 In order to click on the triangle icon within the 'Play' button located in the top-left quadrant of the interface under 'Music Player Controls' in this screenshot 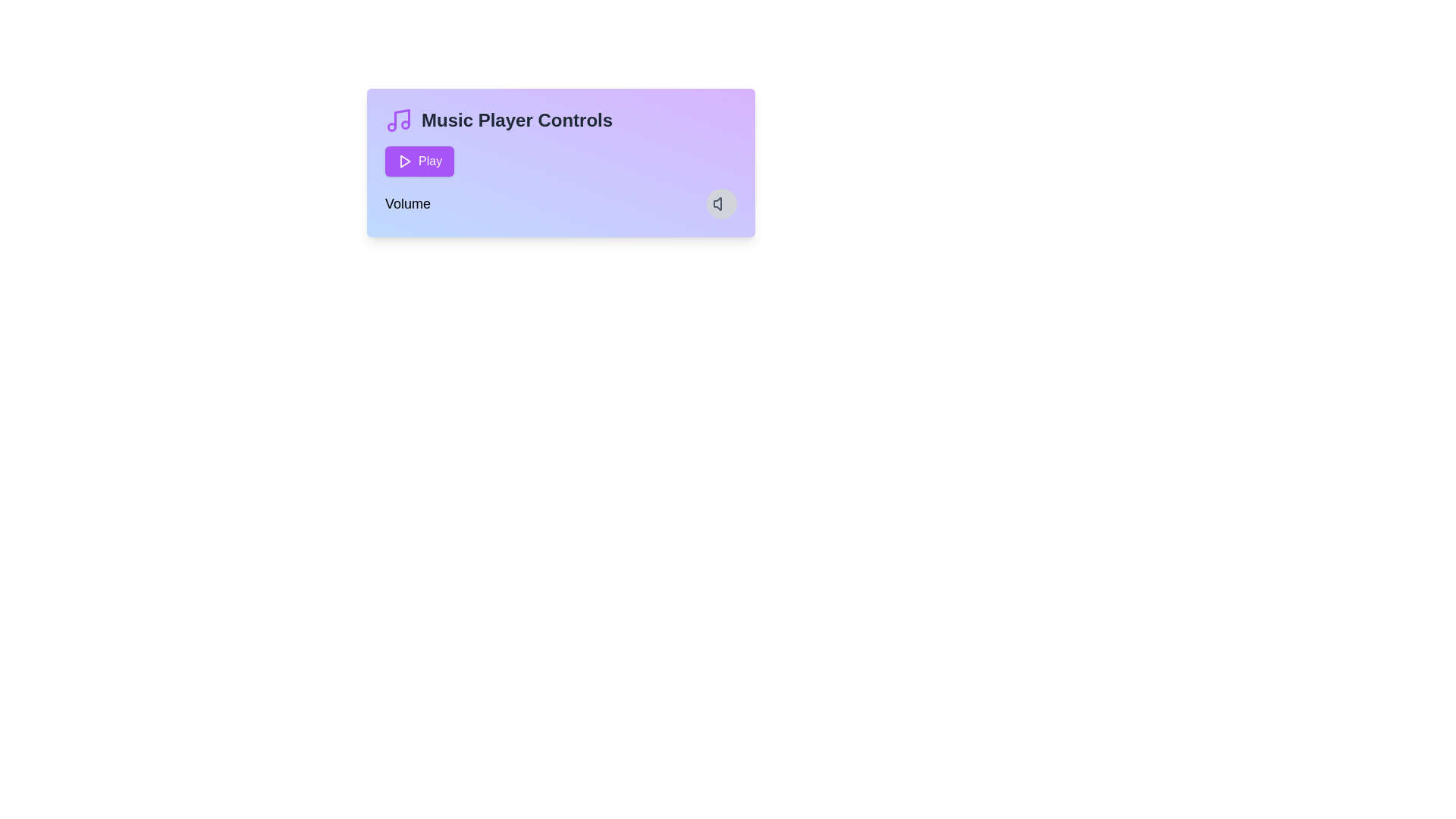, I will do `click(405, 161)`.